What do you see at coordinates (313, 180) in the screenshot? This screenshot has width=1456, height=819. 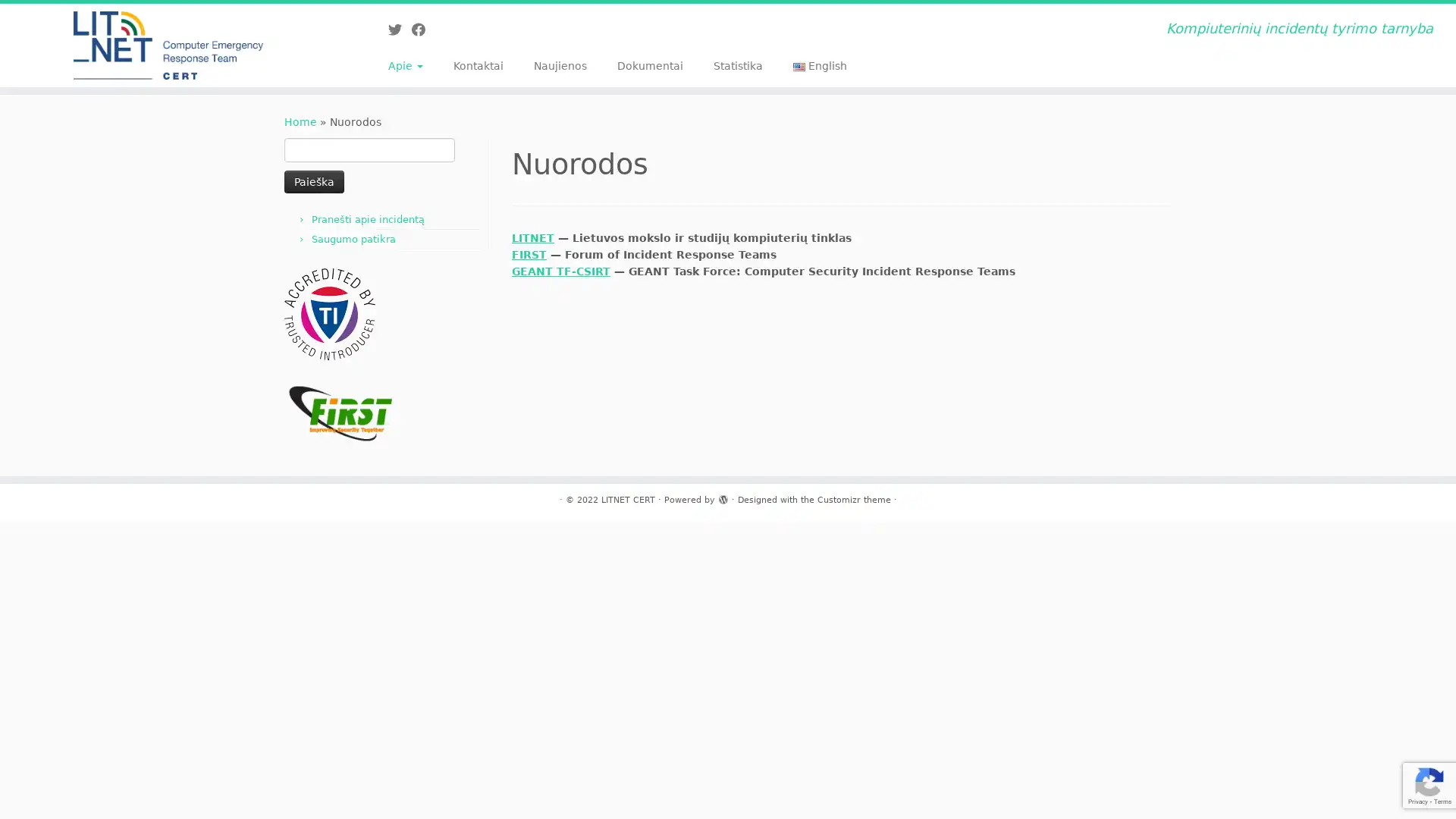 I see `Paieska` at bounding box center [313, 180].